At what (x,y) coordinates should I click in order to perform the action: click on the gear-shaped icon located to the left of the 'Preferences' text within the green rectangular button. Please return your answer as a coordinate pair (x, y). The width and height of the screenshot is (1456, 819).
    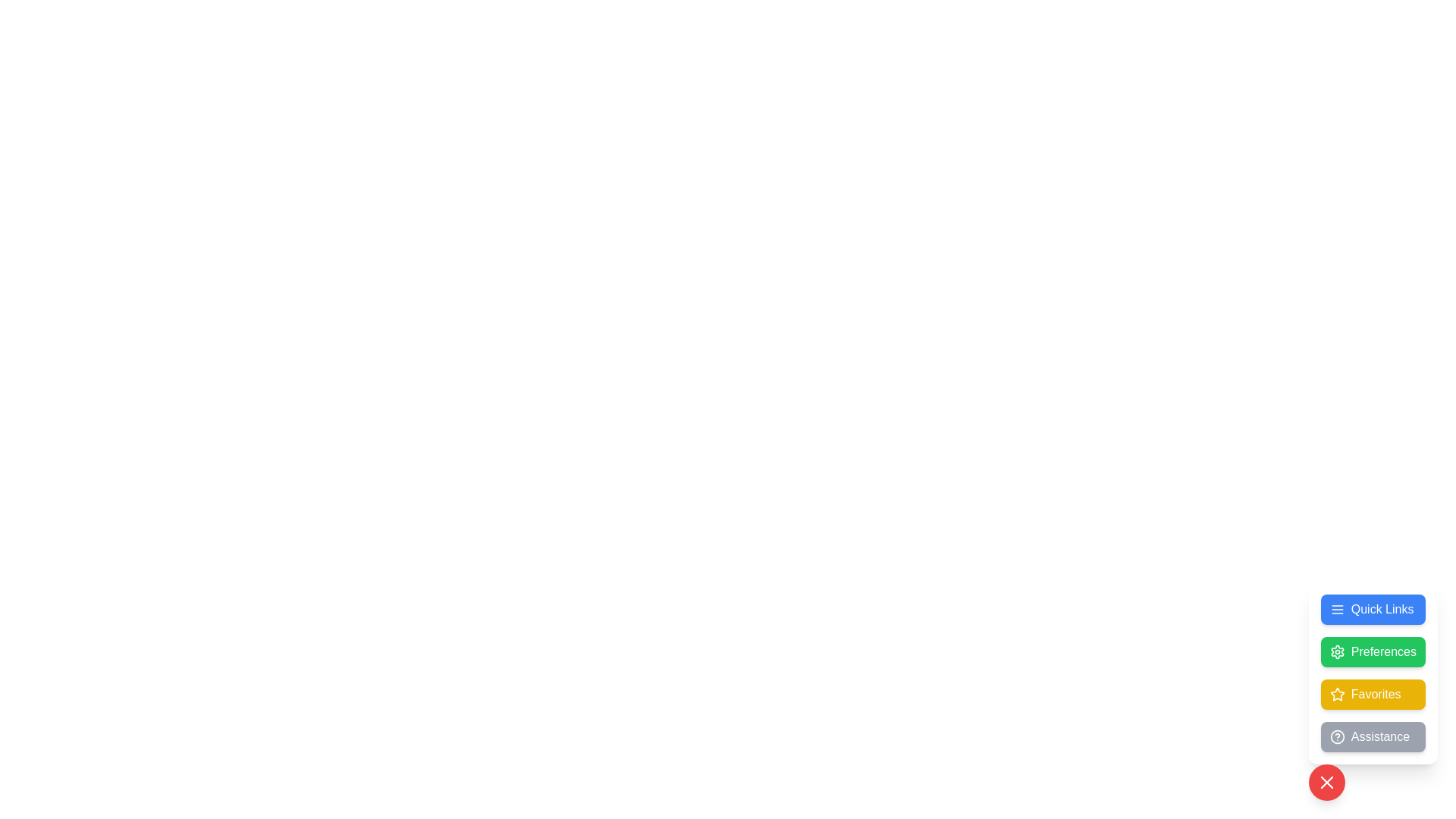
    Looking at the image, I should click on (1337, 651).